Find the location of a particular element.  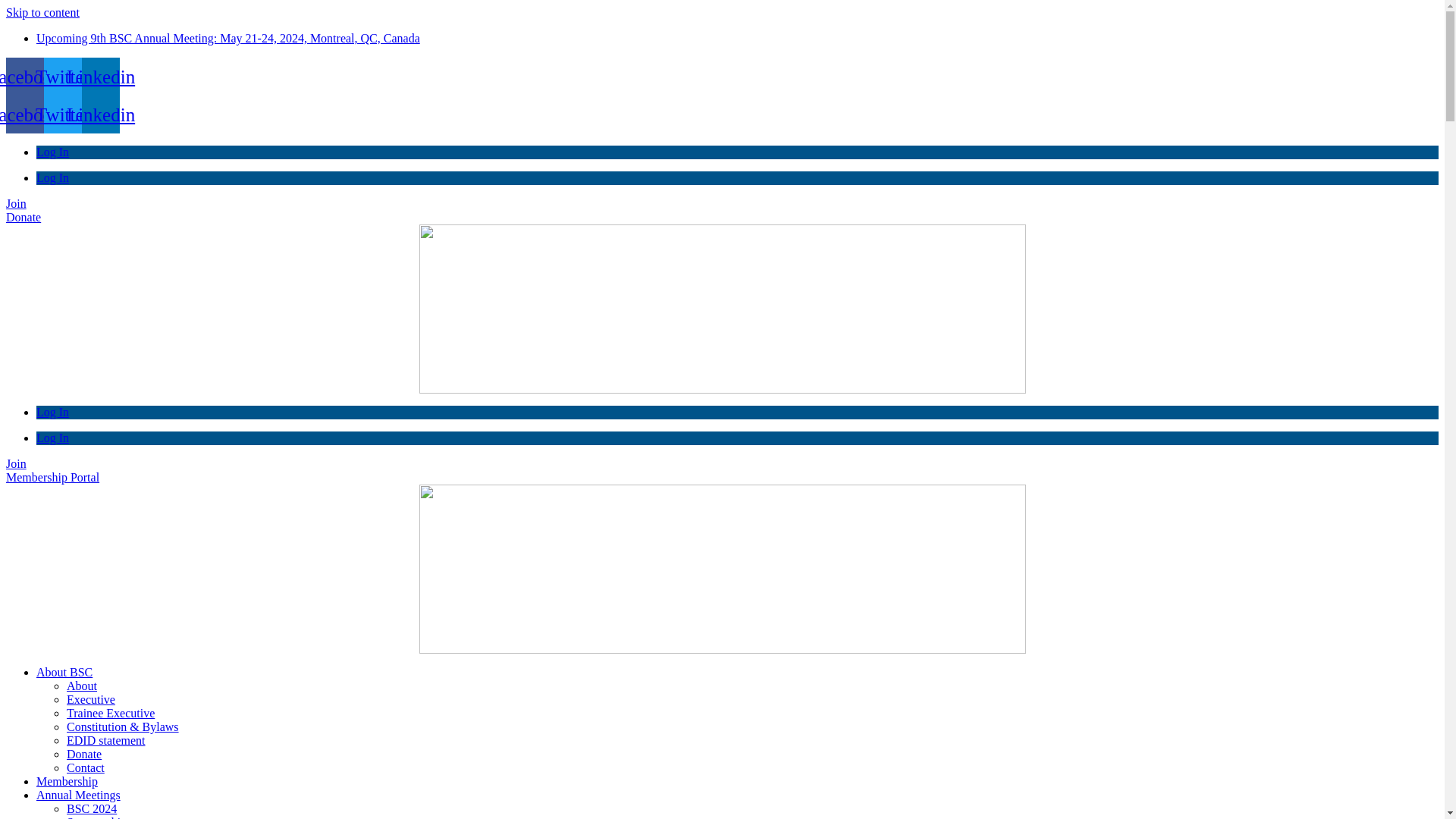

'Linkedin' is located at coordinates (100, 76).